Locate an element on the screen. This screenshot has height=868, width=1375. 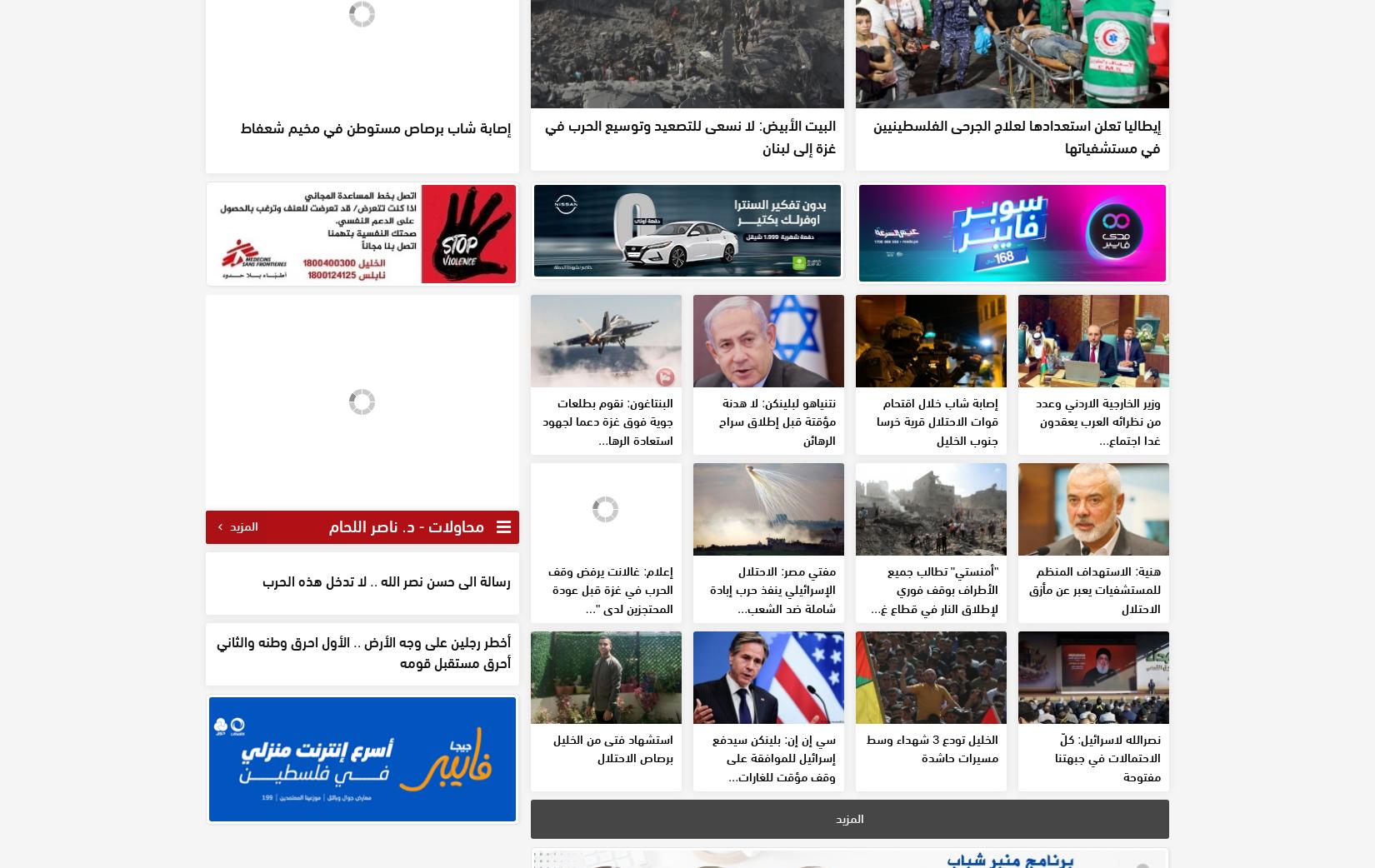
'البيت الأبيض: لا نسعى للتصعيد وتوسيع الحرب في غزة إلى لبنان' is located at coordinates (544, 135).